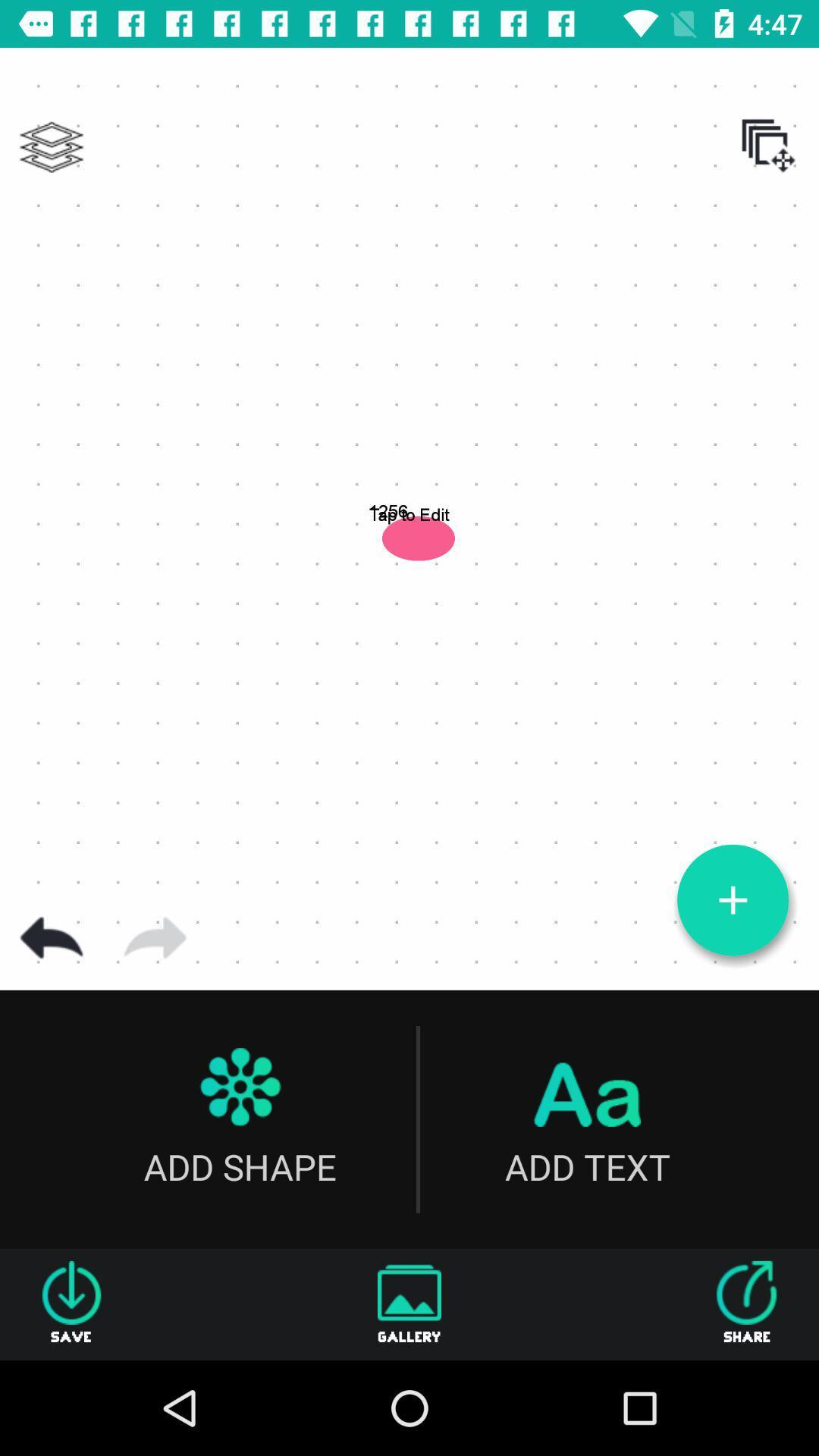  I want to click on layer images shapes or text in a layout, so click(51, 147).